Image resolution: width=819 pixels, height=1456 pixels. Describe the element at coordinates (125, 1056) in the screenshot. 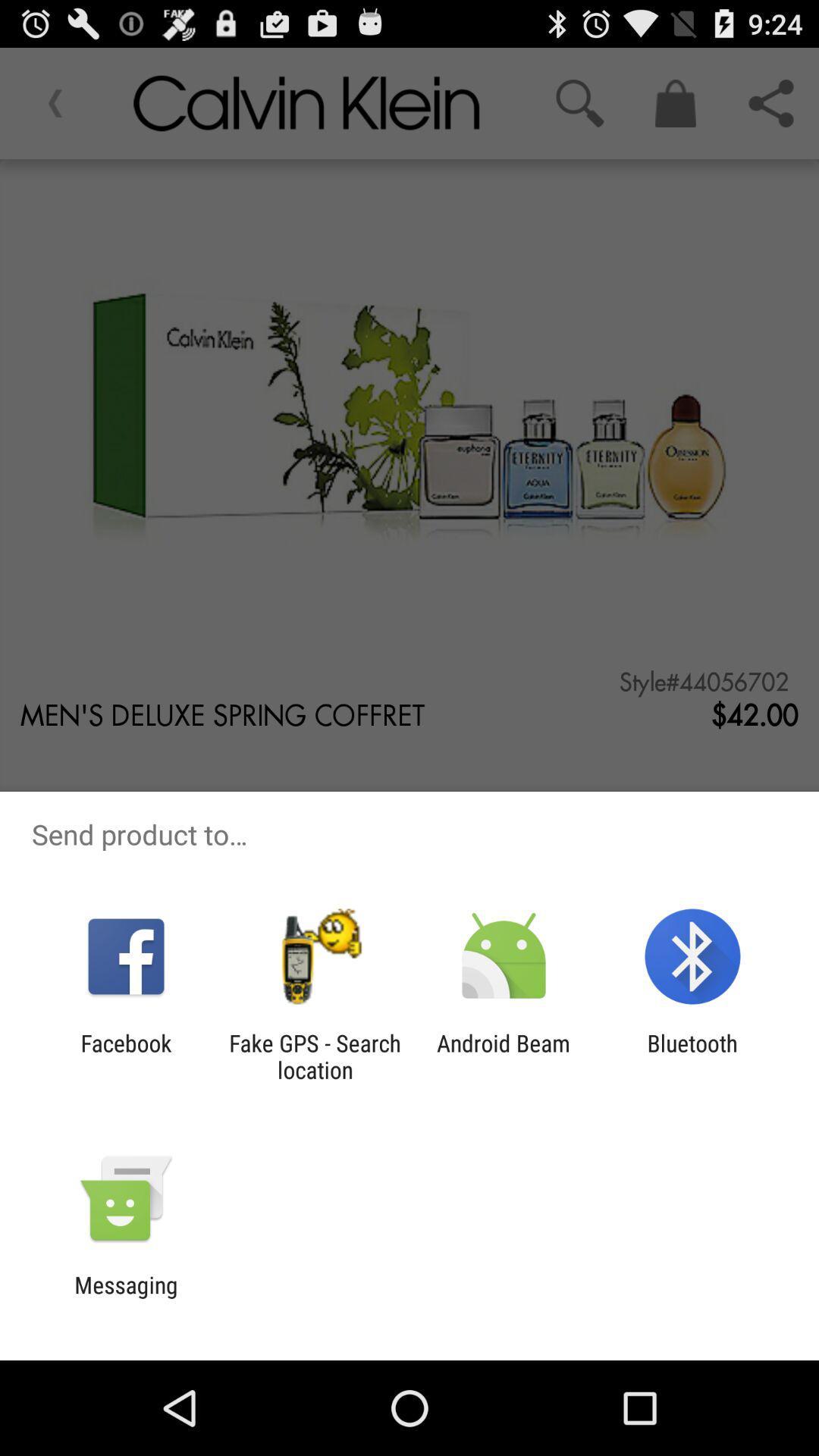

I see `facebook` at that location.